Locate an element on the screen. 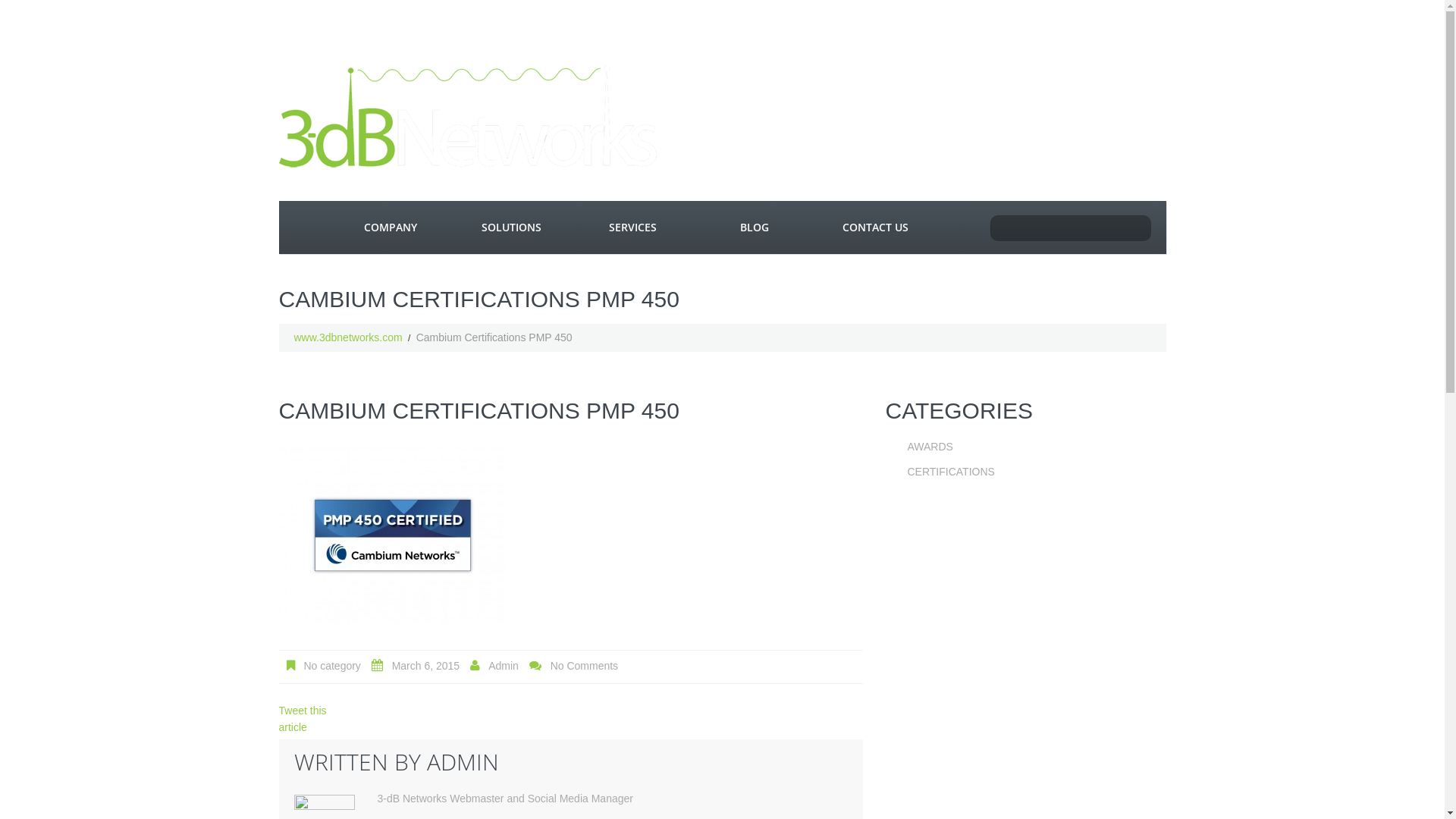 This screenshot has width=1456, height=819. 'Admin' is located at coordinates (503, 665).